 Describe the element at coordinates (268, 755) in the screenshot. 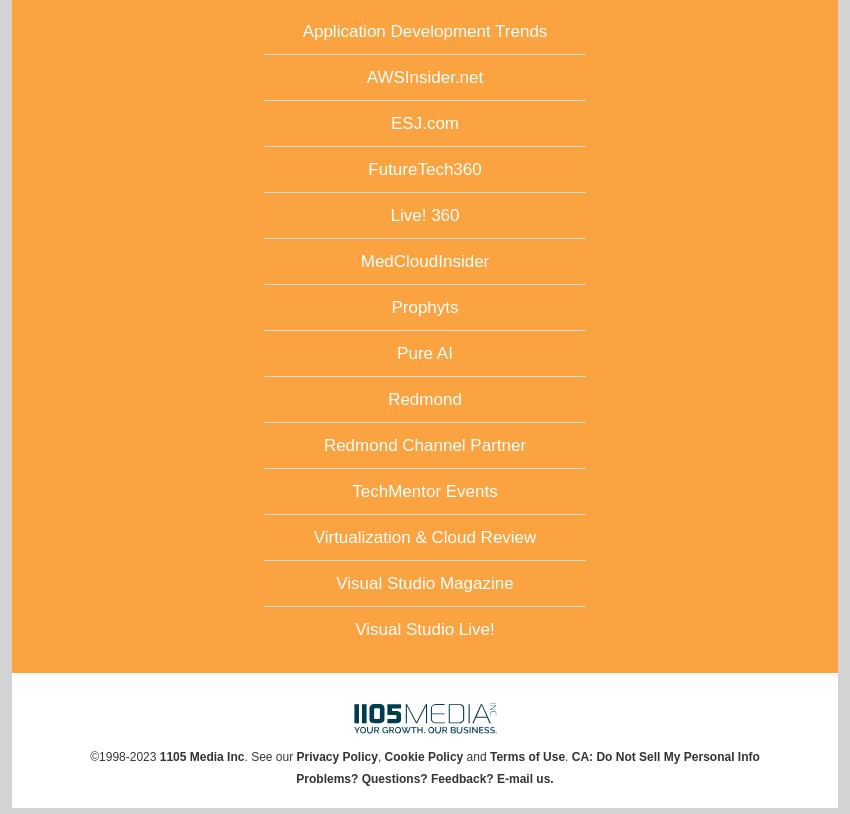

I see `'. See our'` at that location.